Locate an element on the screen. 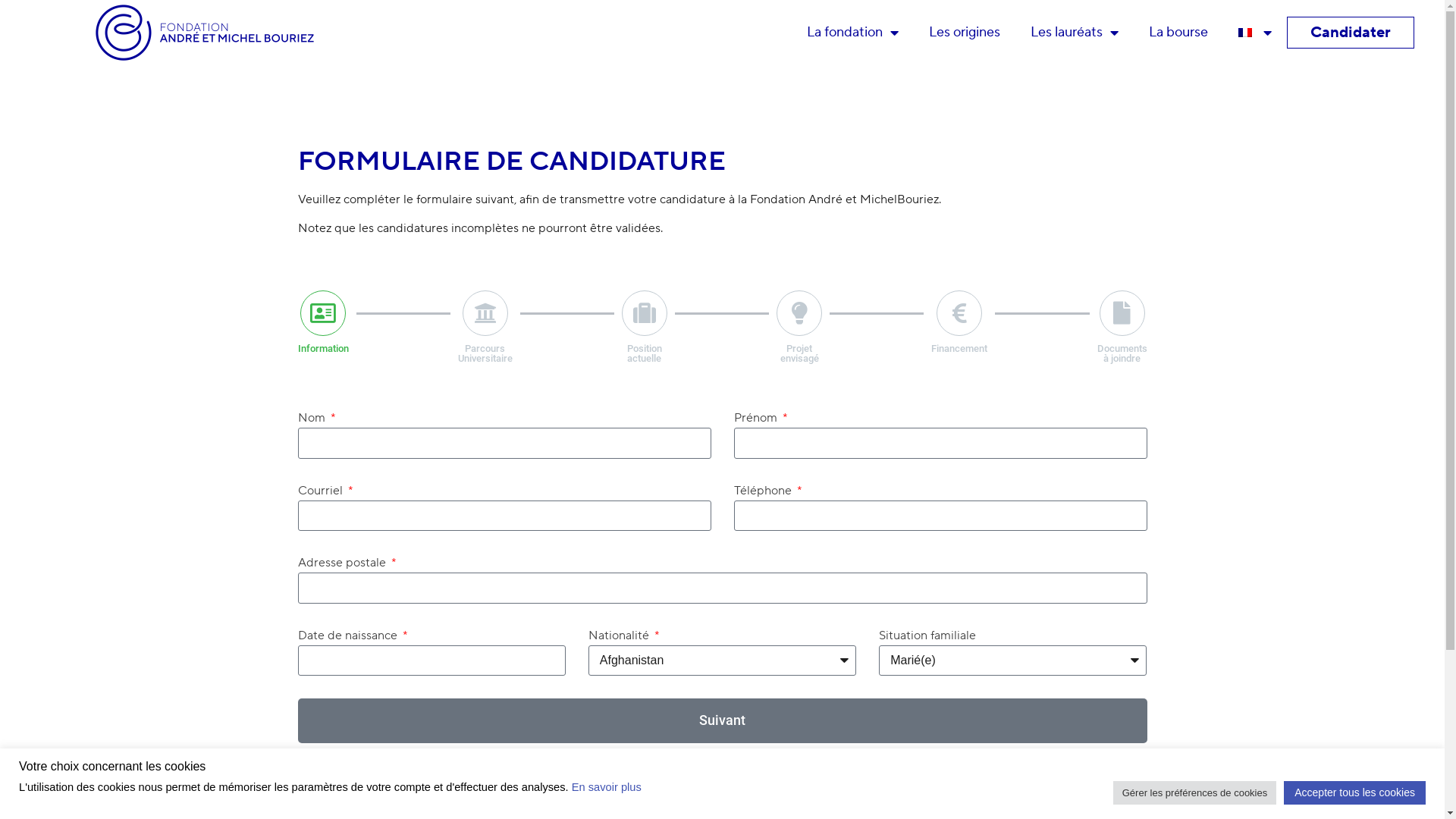 This screenshot has width=1456, height=819. 'Accepter tous les cookies' is located at coordinates (1354, 792).